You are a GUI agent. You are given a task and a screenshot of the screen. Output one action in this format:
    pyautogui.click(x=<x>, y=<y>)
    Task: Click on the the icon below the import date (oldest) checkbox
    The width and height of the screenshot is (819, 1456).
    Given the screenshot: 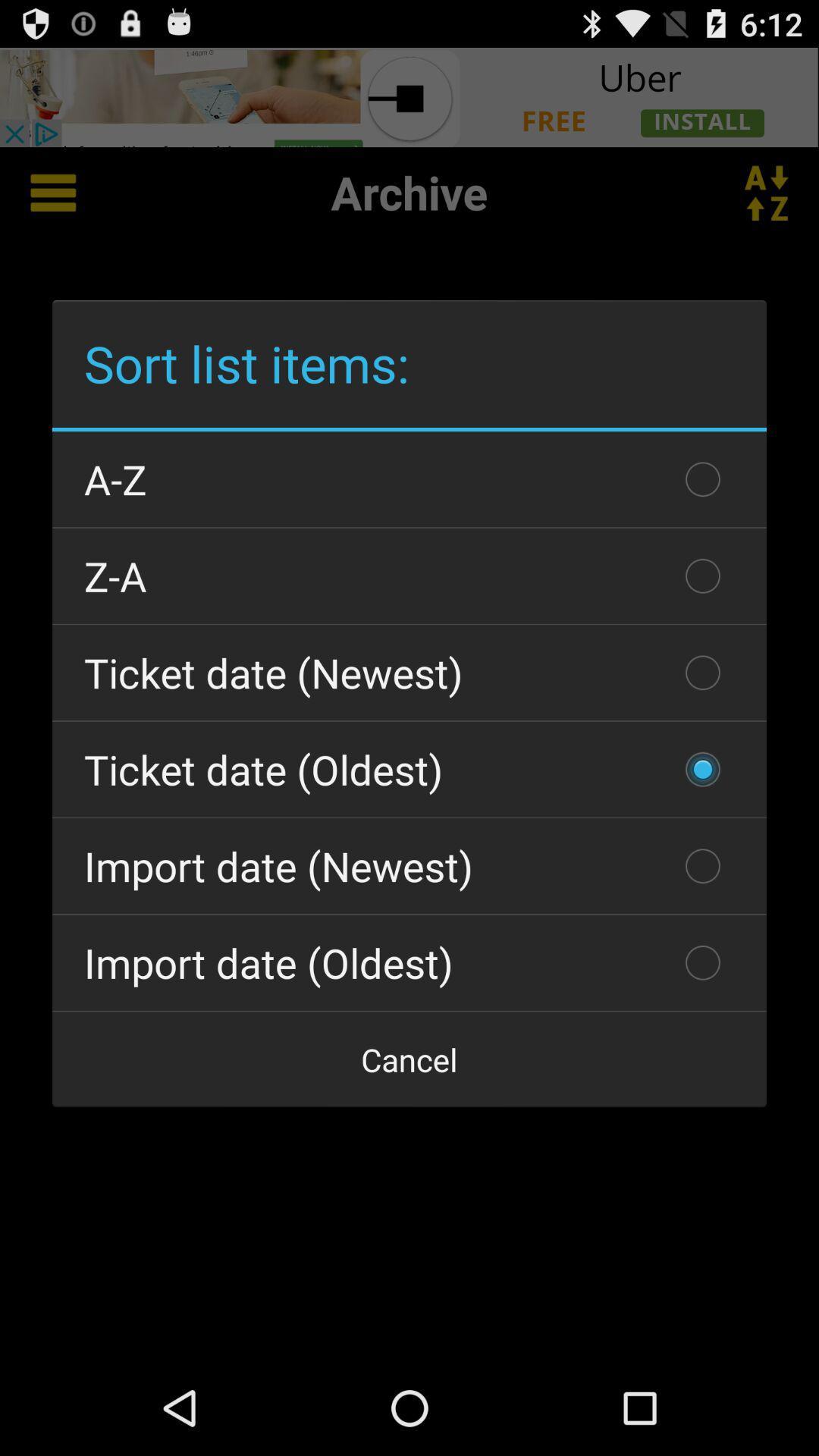 What is the action you would take?
    pyautogui.click(x=409, y=1059)
    